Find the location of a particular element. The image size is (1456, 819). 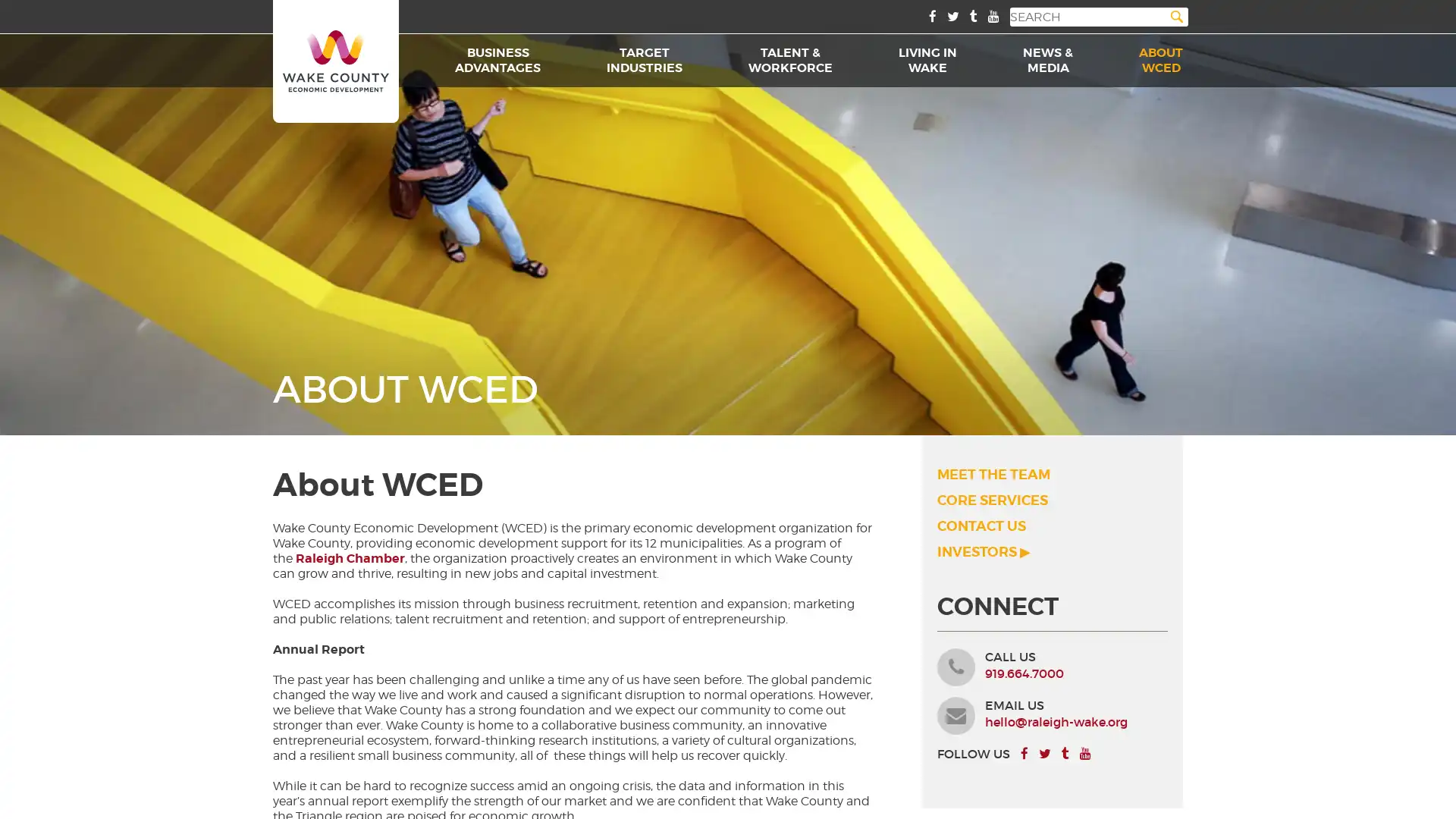

Search is located at coordinates (1175, 17).